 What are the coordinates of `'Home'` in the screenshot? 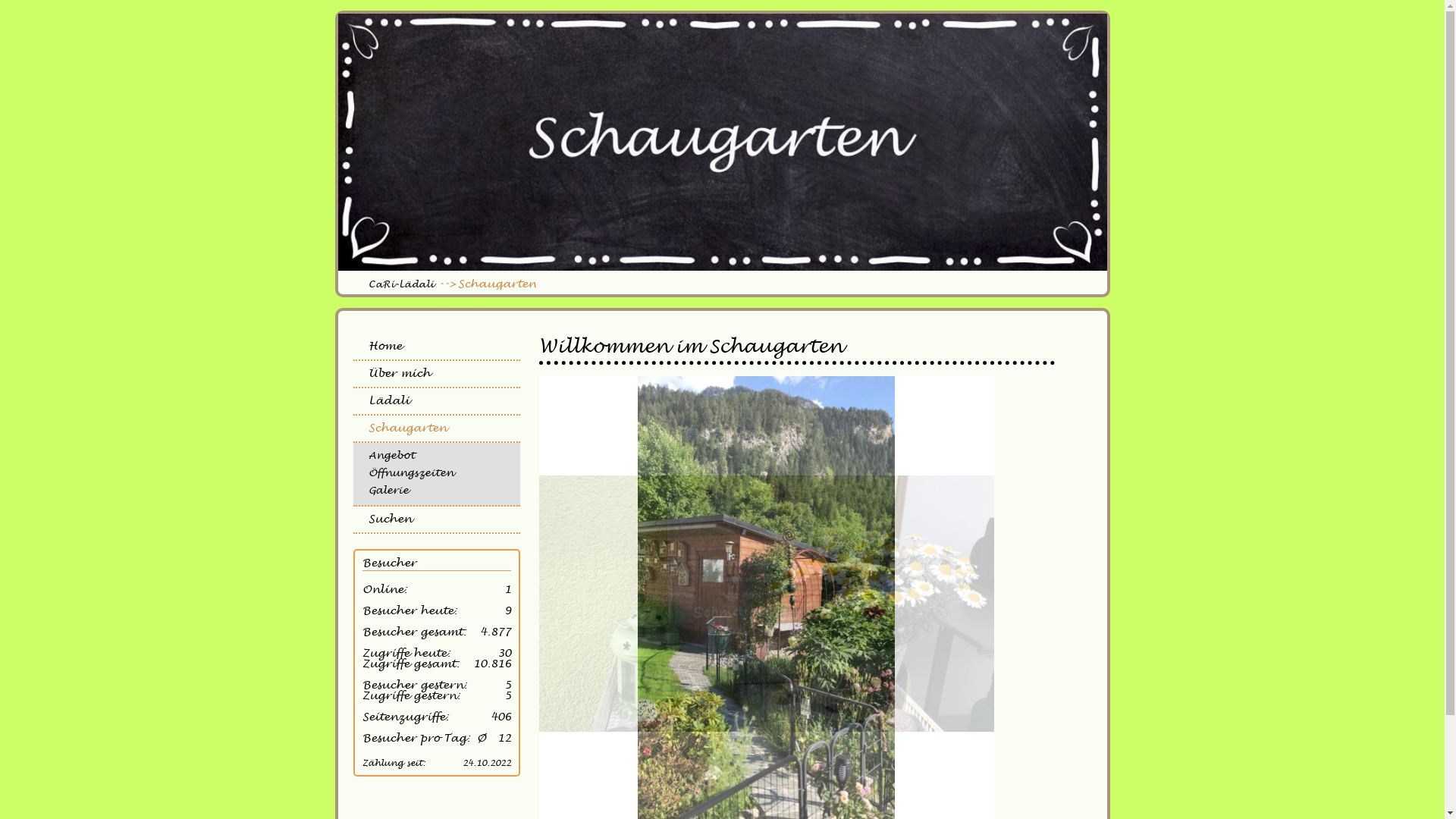 It's located at (436, 347).